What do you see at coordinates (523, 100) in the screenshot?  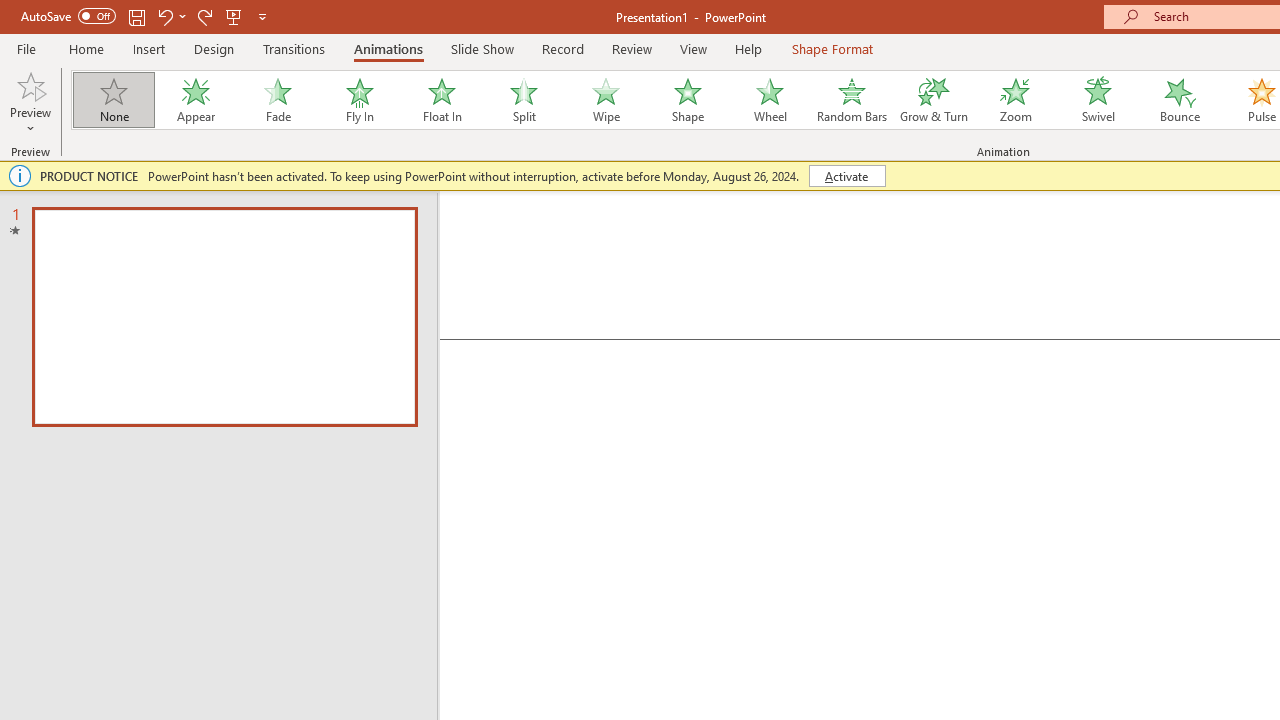 I see `'Split'` at bounding box center [523, 100].